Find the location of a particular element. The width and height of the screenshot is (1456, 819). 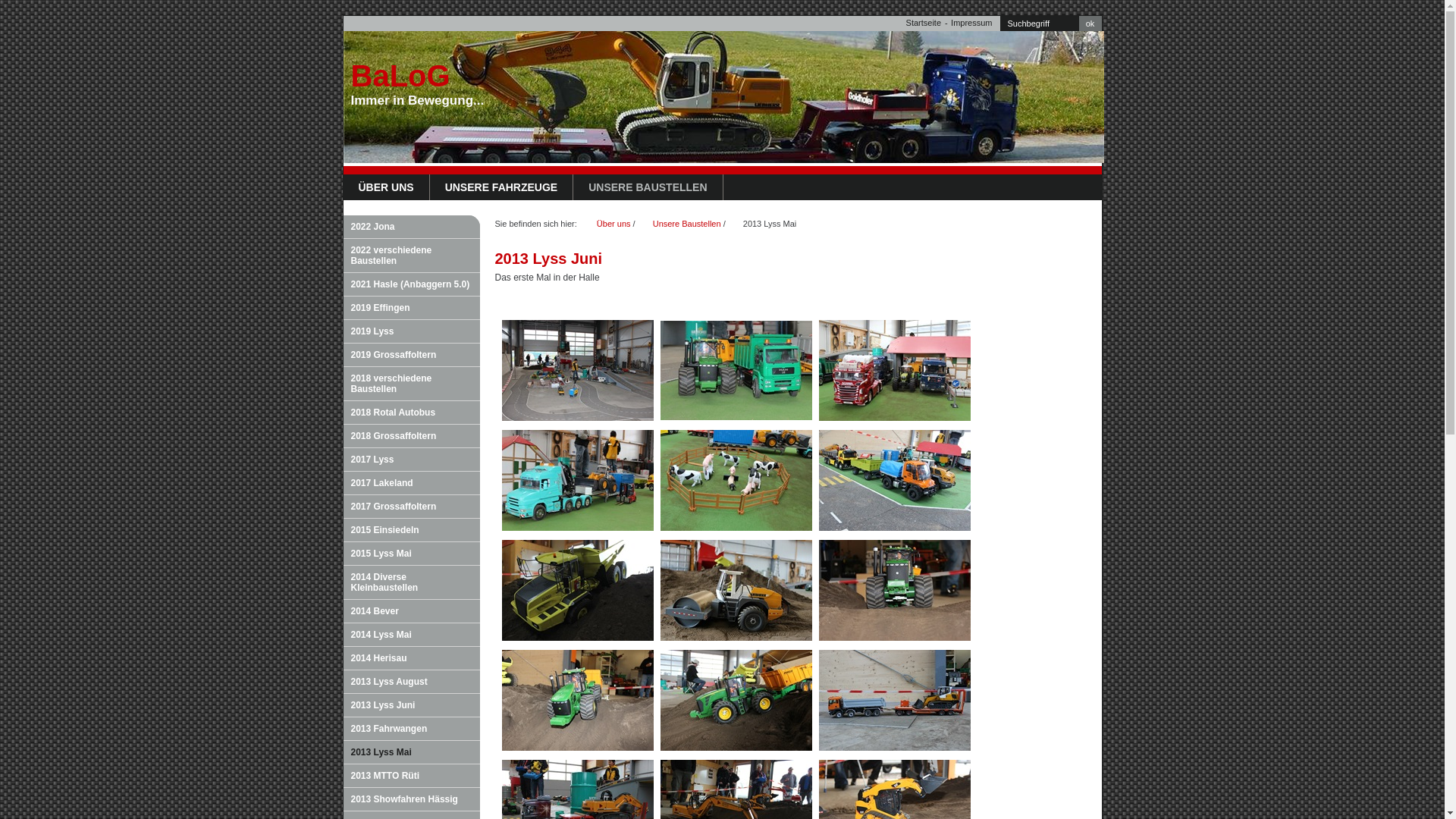

'UNSERE BAUSTELLEN' is located at coordinates (572, 186).